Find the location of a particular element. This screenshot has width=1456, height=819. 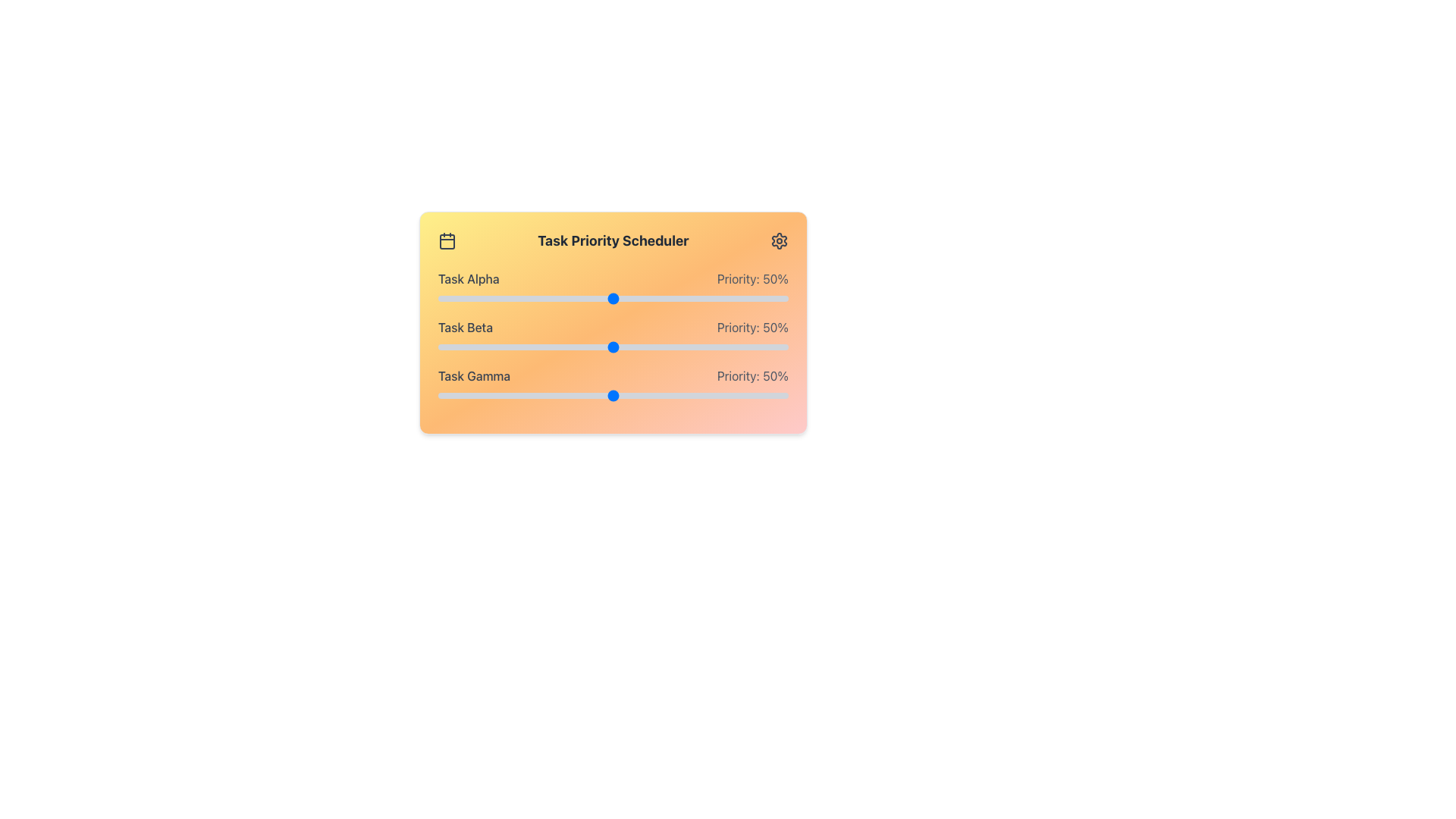

the Composite element displaying 'Task Alpha' with its priority value of 50% is located at coordinates (613, 288).